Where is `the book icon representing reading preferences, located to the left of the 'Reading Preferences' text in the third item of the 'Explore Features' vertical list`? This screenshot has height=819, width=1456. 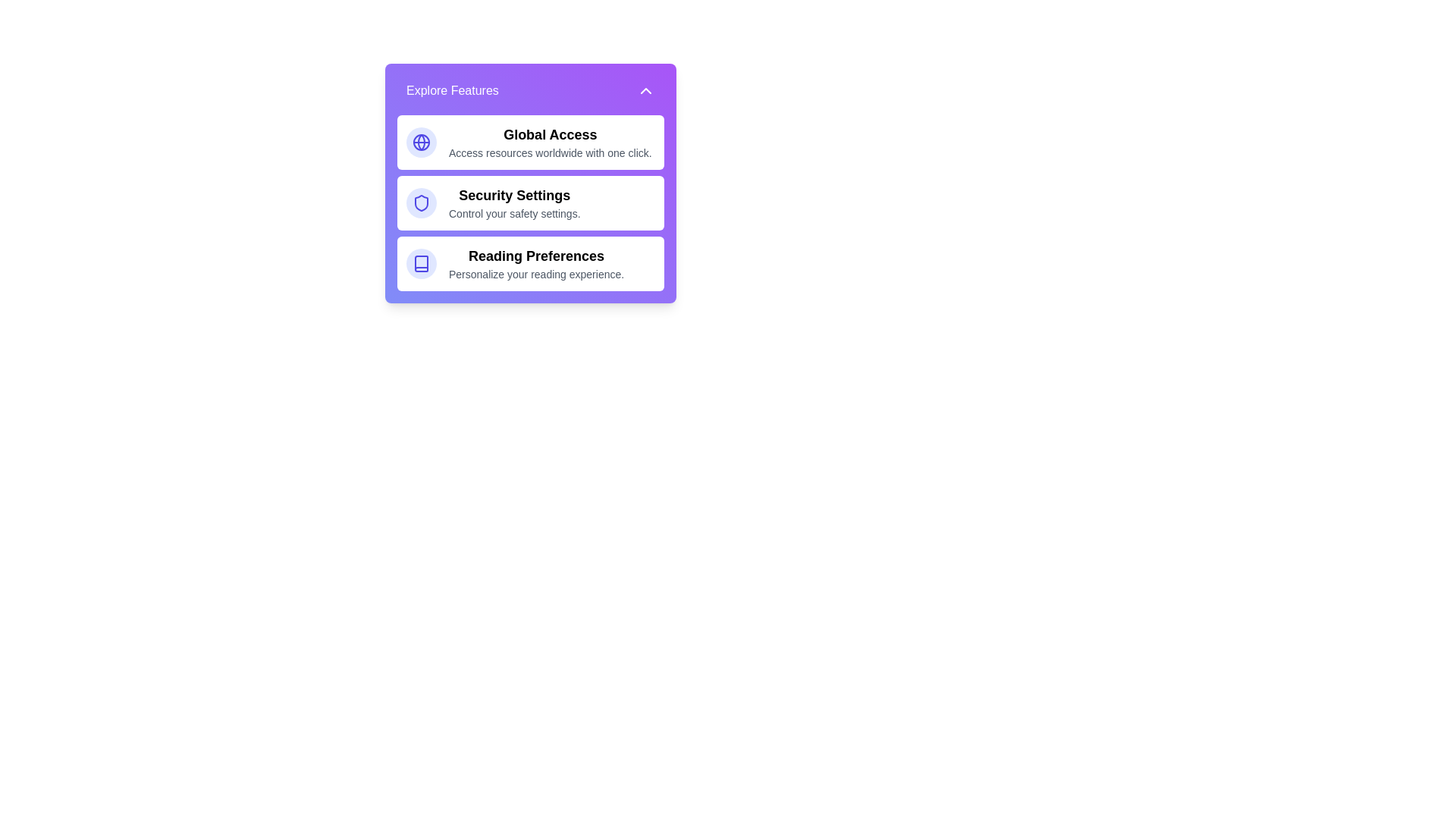 the book icon representing reading preferences, located to the left of the 'Reading Preferences' text in the third item of the 'Explore Features' vertical list is located at coordinates (422, 262).